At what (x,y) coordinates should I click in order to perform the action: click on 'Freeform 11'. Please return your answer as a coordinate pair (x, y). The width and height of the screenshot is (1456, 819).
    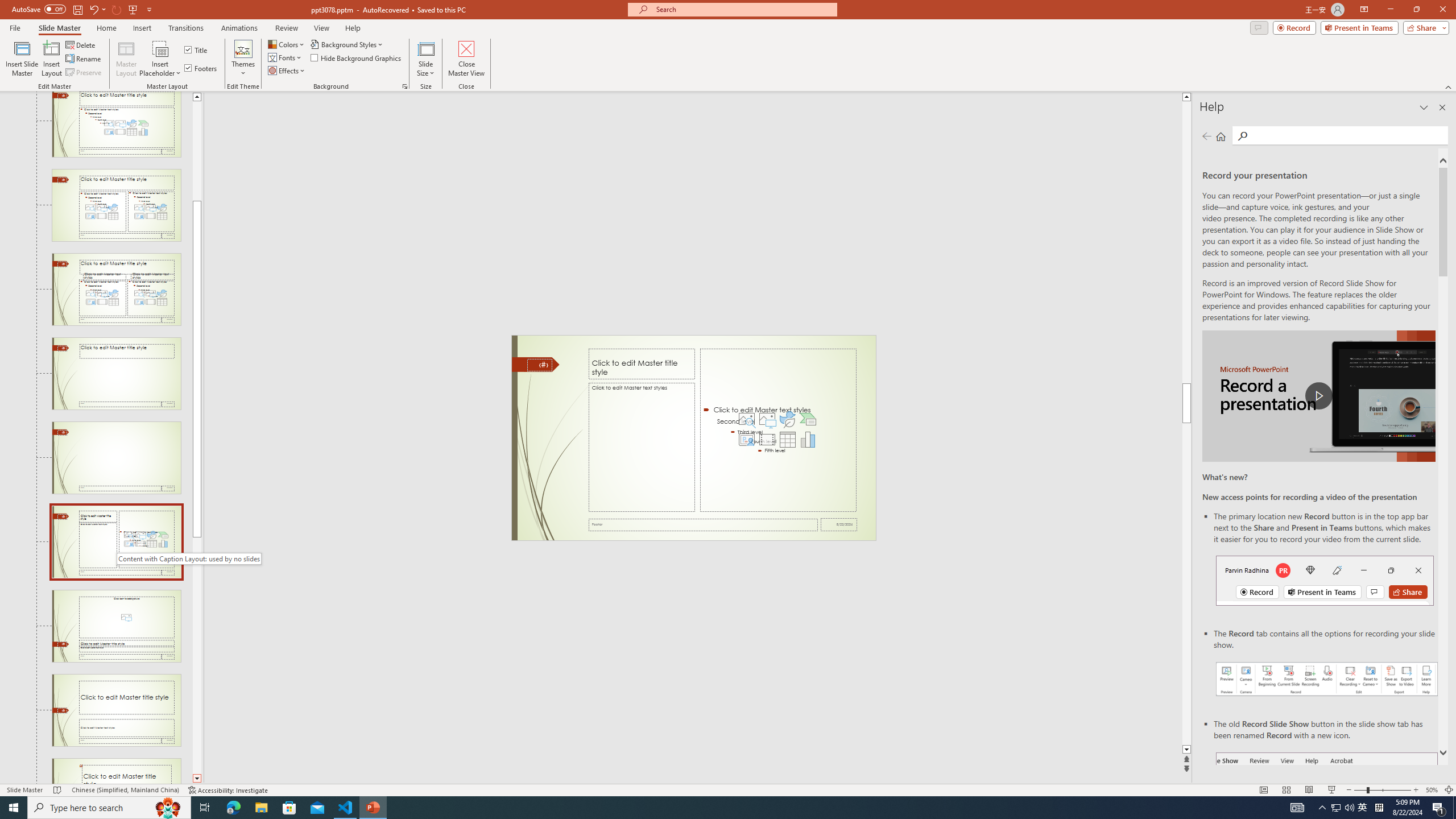
    Looking at the image, I should click on (535, 363).